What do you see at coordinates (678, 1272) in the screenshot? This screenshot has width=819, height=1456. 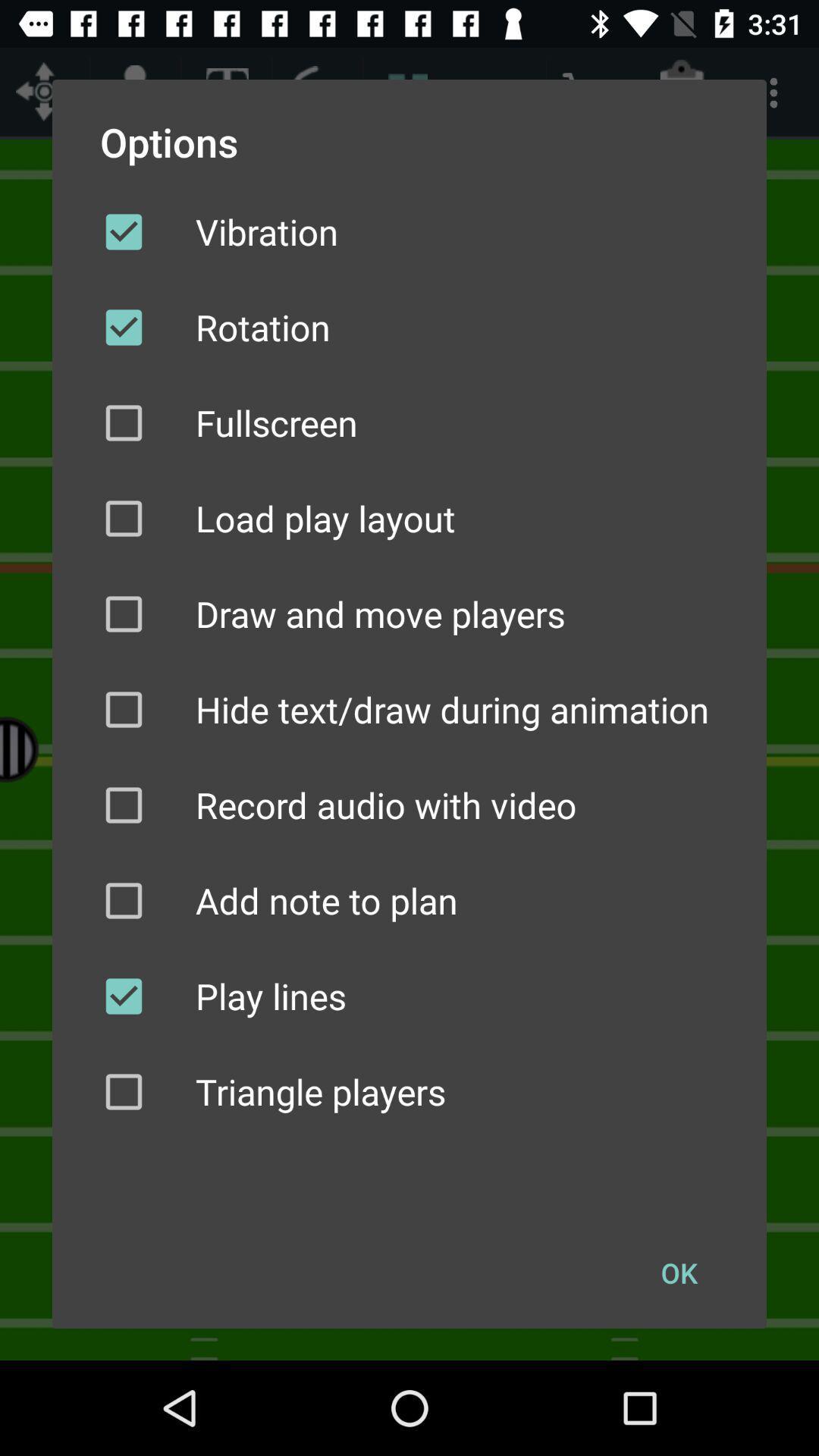 I see `icon at the bottom right corner` at bounding box center [678, 1272].